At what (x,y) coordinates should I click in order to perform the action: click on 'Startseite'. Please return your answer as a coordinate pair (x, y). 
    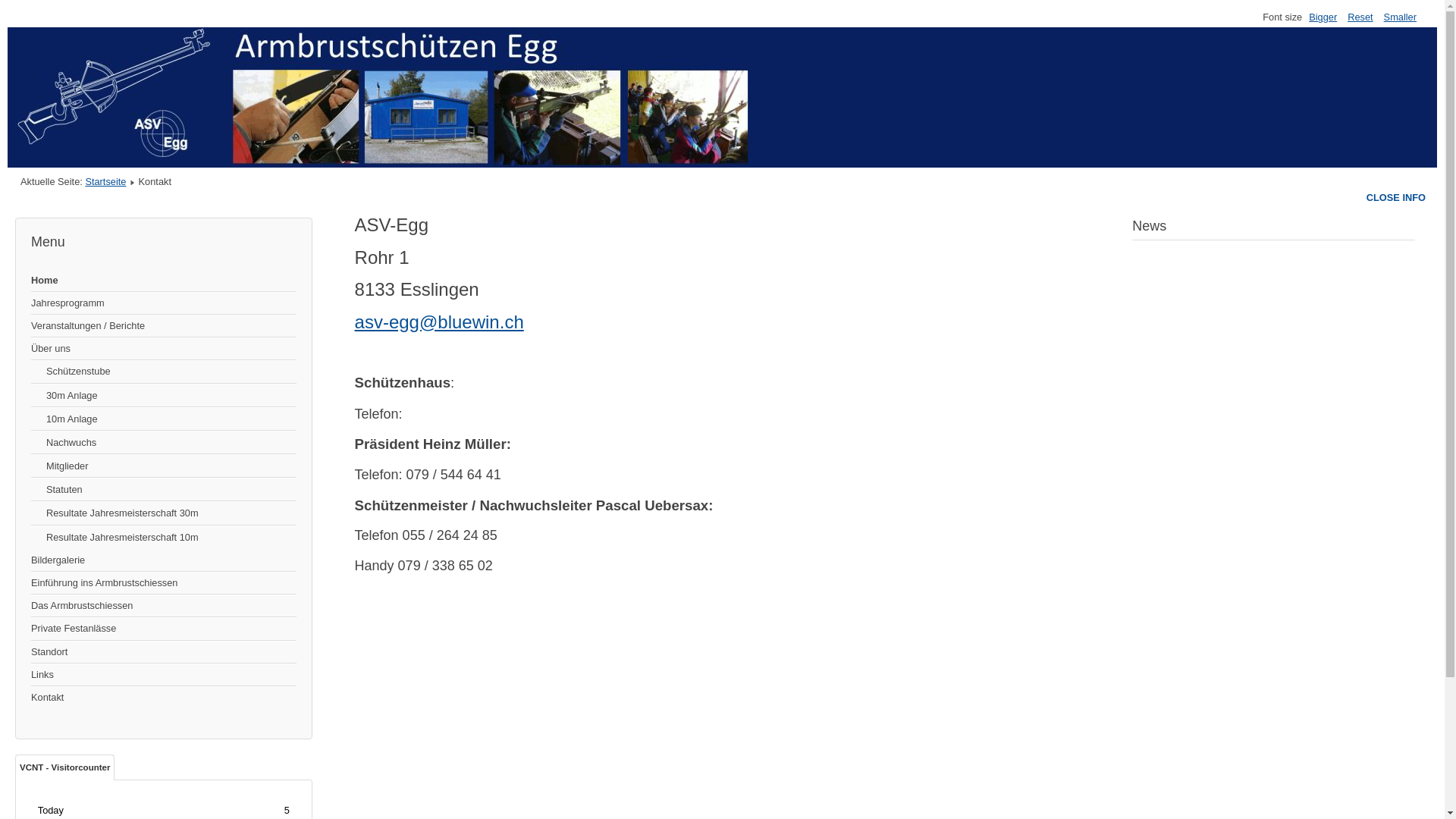
    Looking at the image, I should click on (105, 180).